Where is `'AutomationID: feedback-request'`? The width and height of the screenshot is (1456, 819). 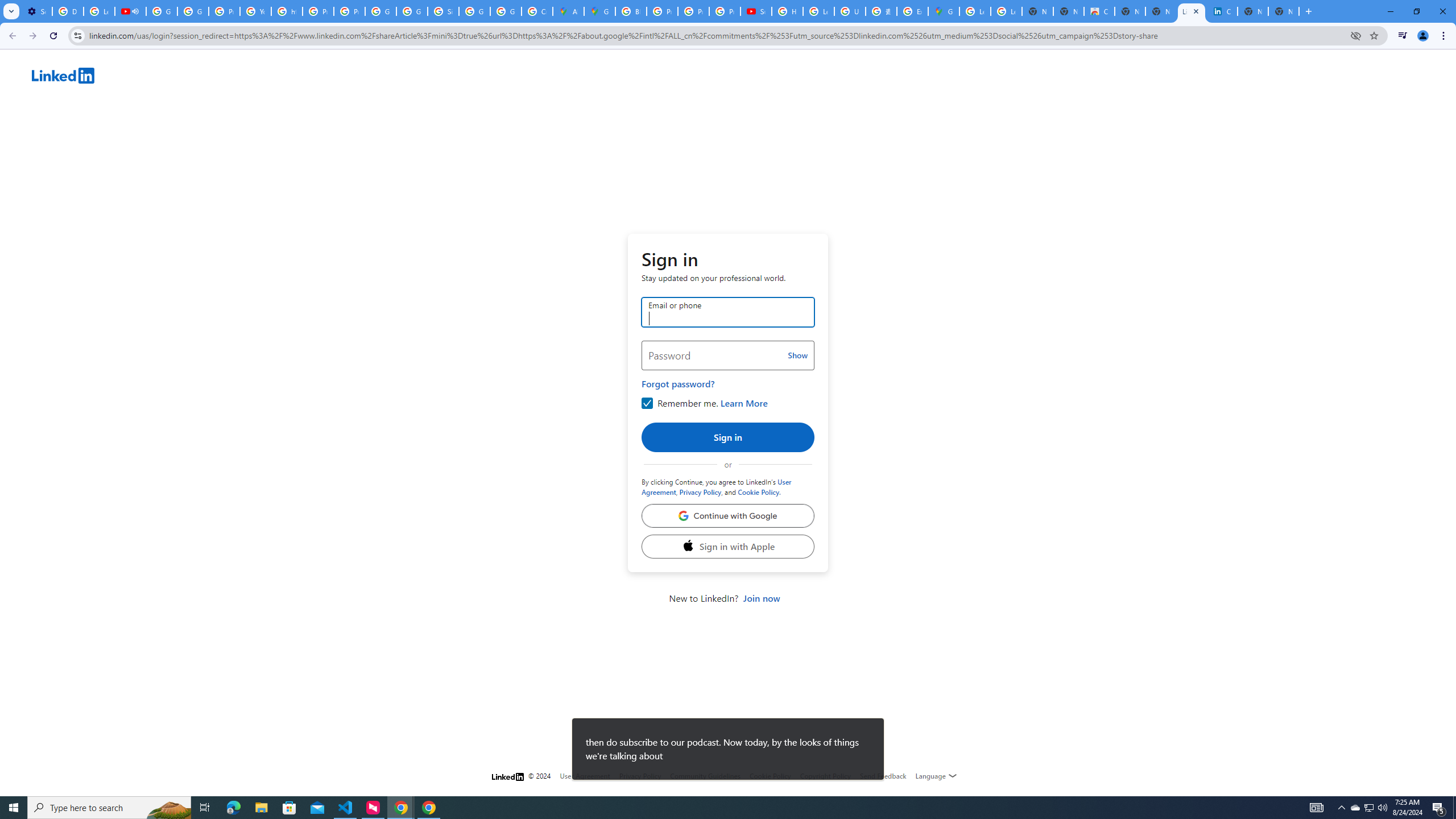 'AutomationID: feedback-request' is located at coordinates (883, 775).